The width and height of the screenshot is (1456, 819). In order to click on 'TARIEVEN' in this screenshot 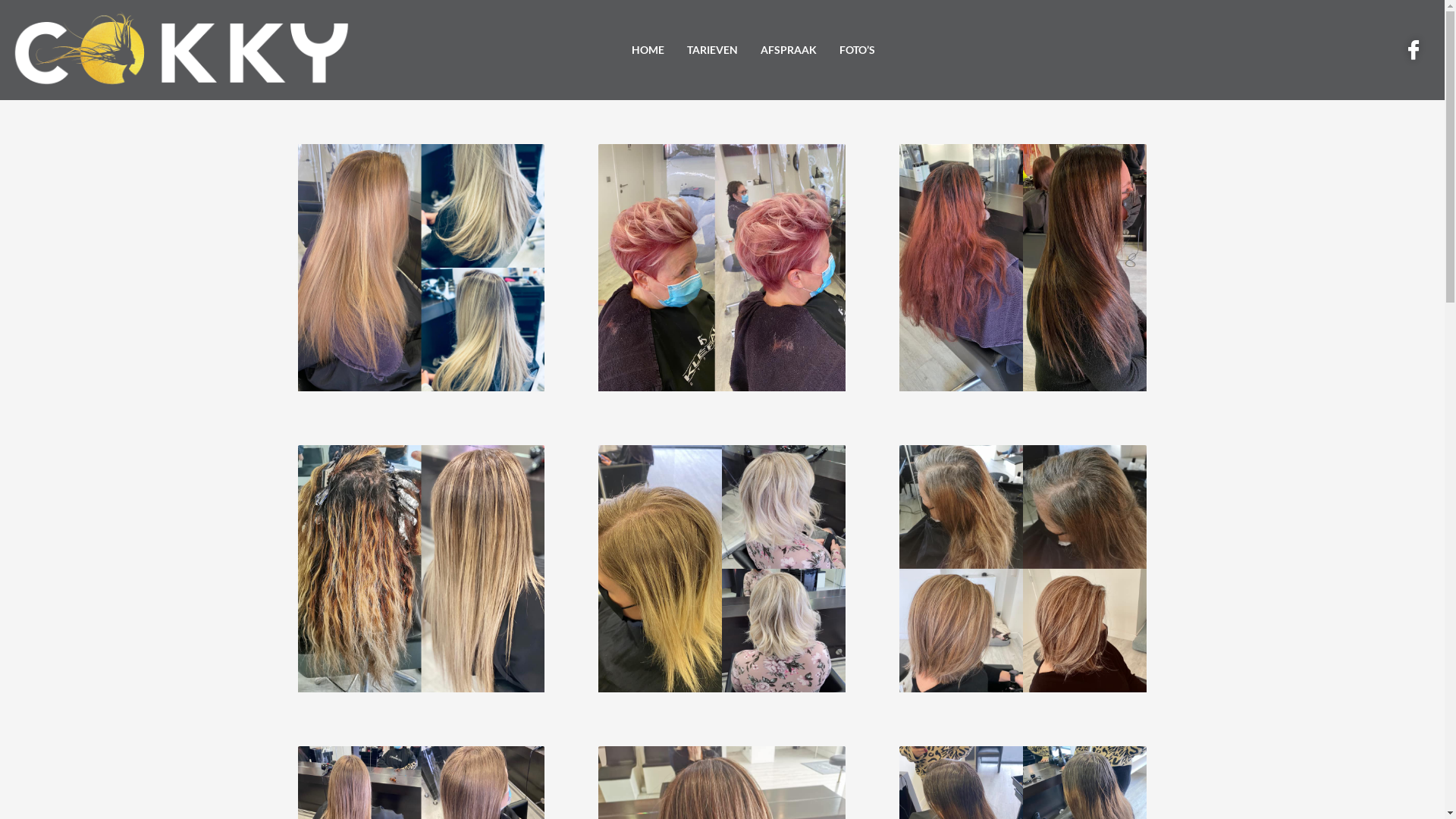, I will do `click(711, 49)`.